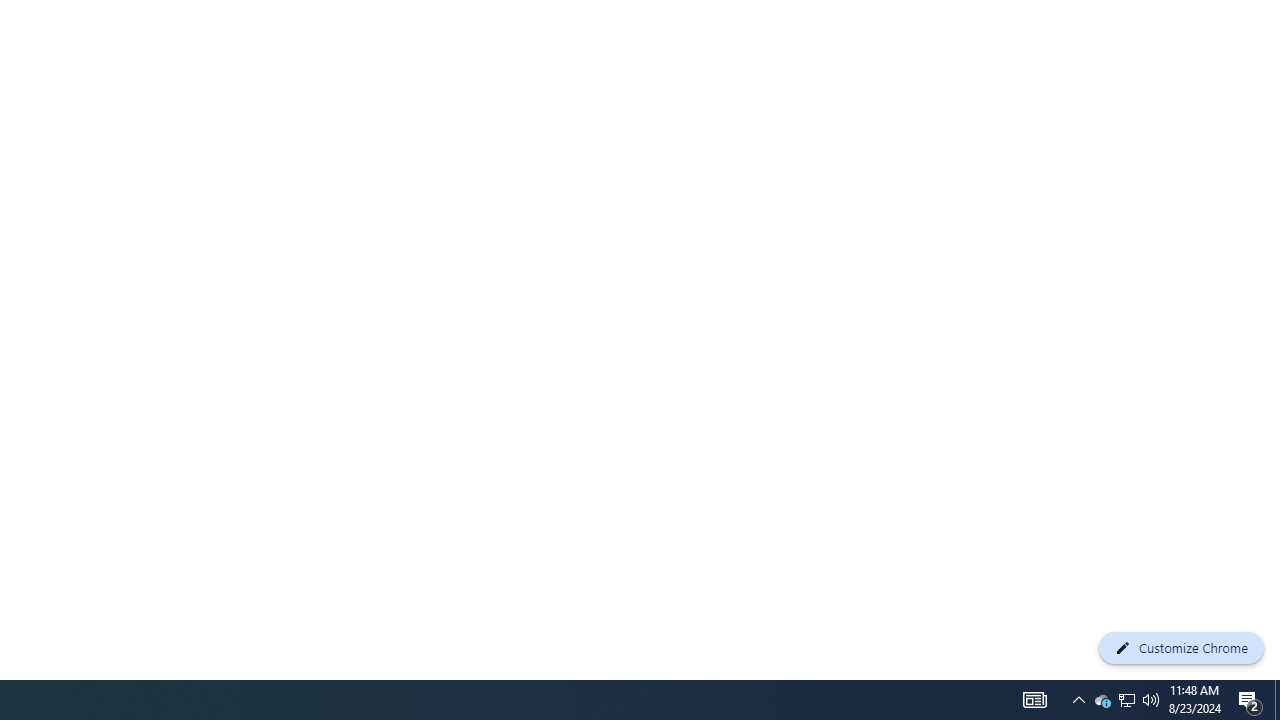 The image size is (1280, 720). What do you see at coordinates (1127, 698) in the screenshot?
I see `'User Promoted Notification Area'` at bounding box center [1127, 698].